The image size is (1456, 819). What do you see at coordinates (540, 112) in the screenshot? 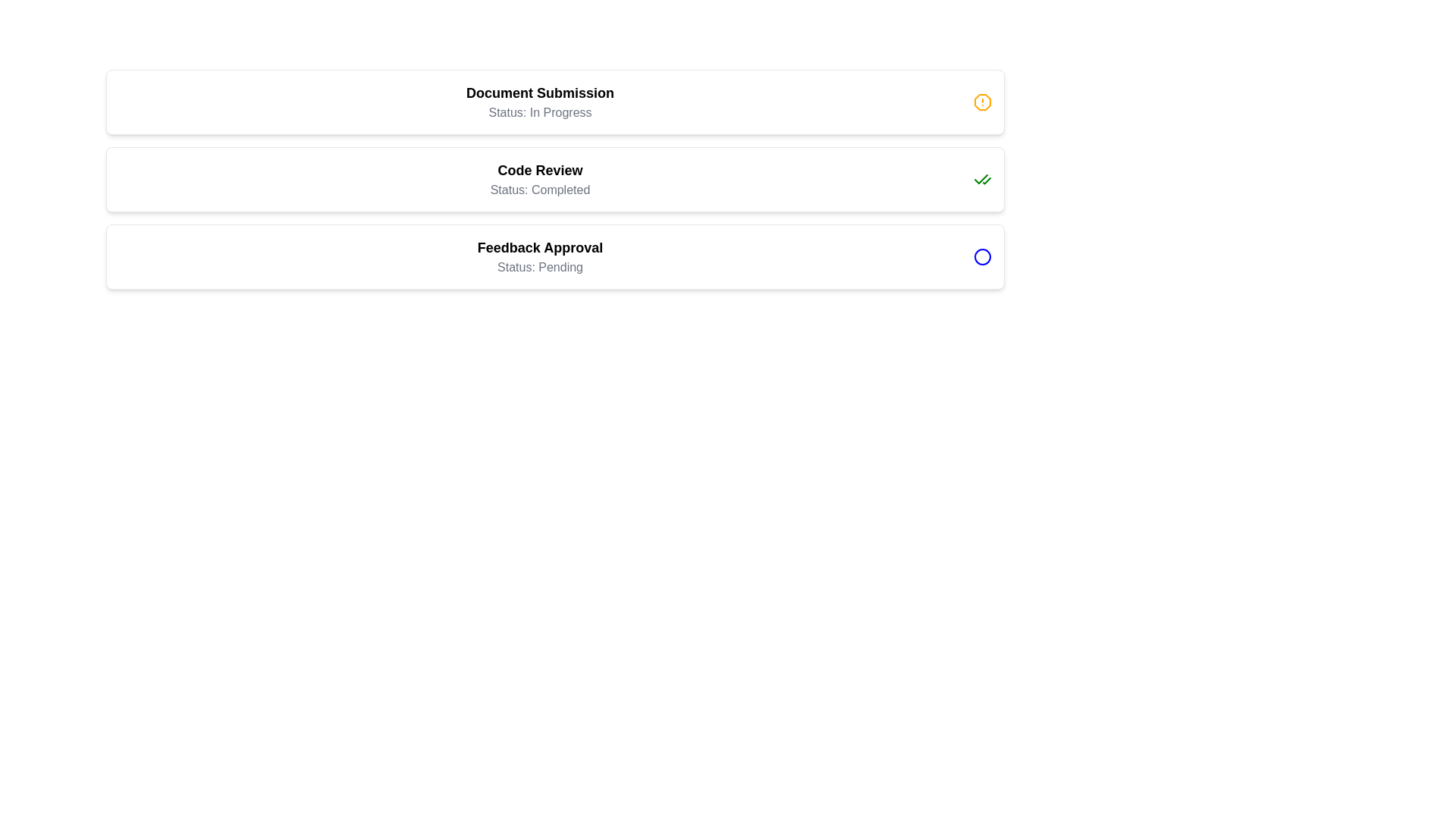
I see `the Text label that indicates the current status of the 'Document Submission' task, which is 'In Progress', positioned directly below the heading 'Document Submission' in the top card` at bounding box center [540, 112].